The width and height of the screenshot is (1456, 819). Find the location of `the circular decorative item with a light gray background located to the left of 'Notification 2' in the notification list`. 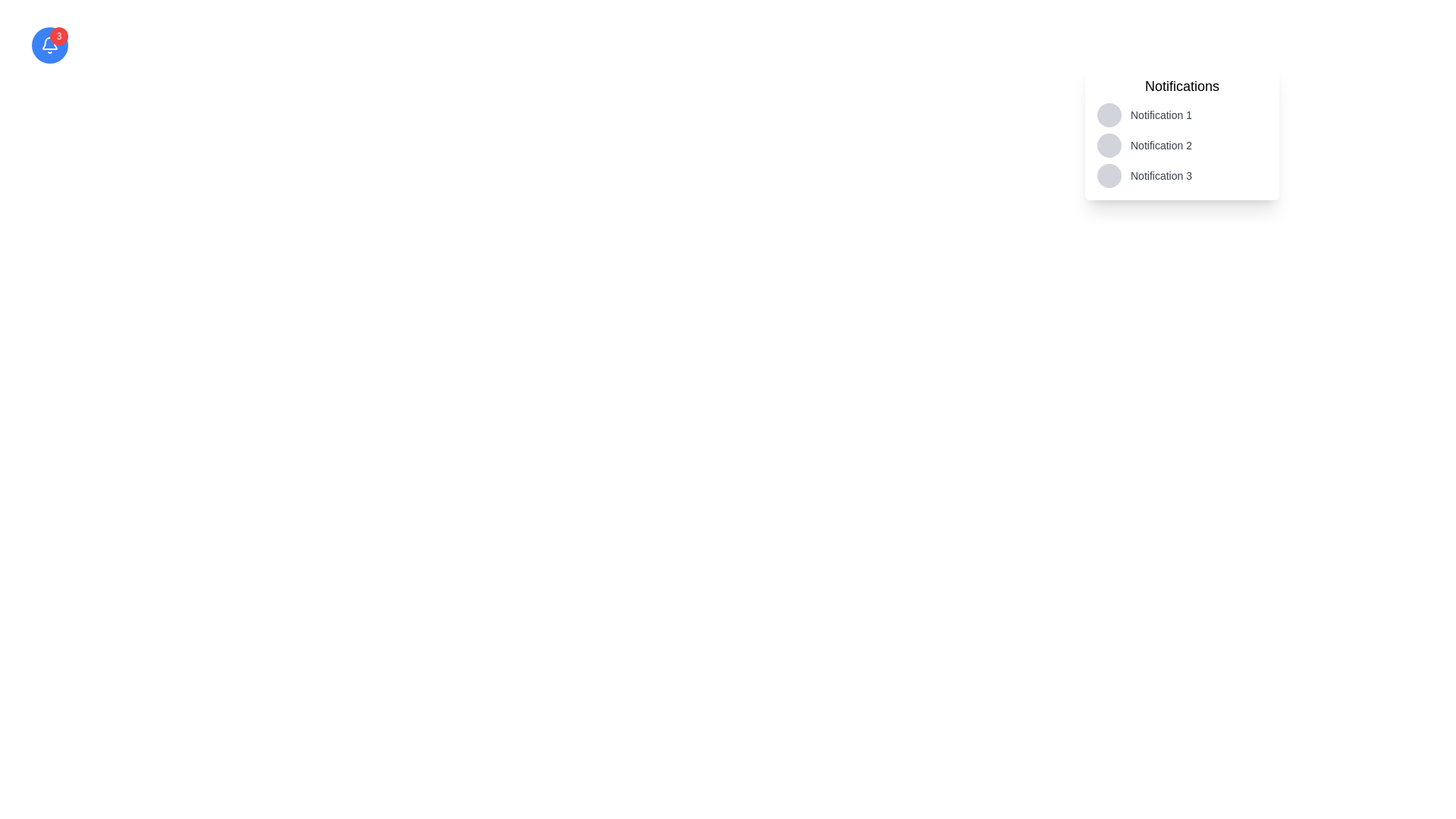

the circular decorative item with a light gray background located to the left of 'Notification 2' in the notification list is located at coordinates (1109, 146).